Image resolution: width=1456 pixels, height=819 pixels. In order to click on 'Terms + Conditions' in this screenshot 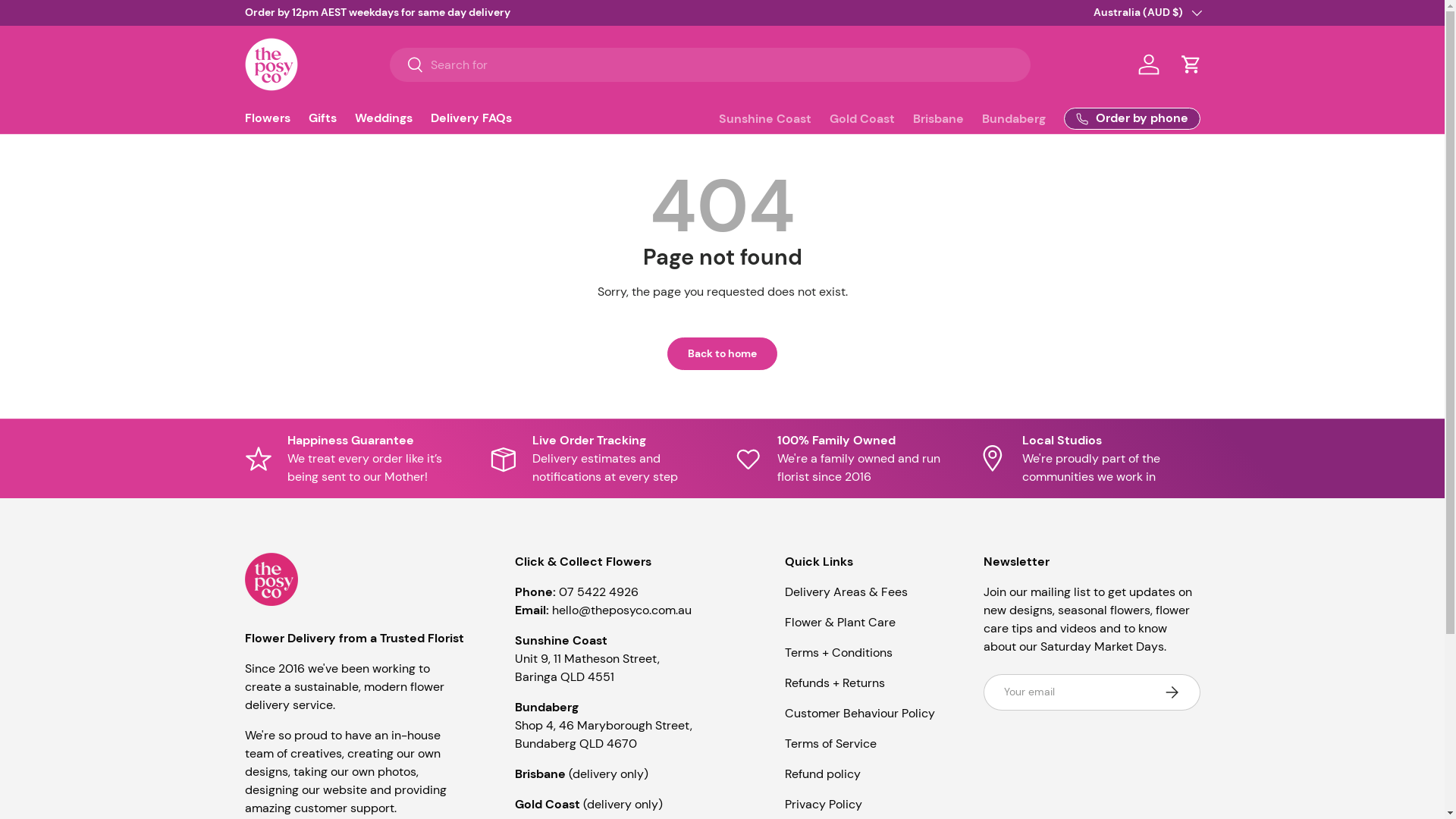, I will do `click(783, 651)`.